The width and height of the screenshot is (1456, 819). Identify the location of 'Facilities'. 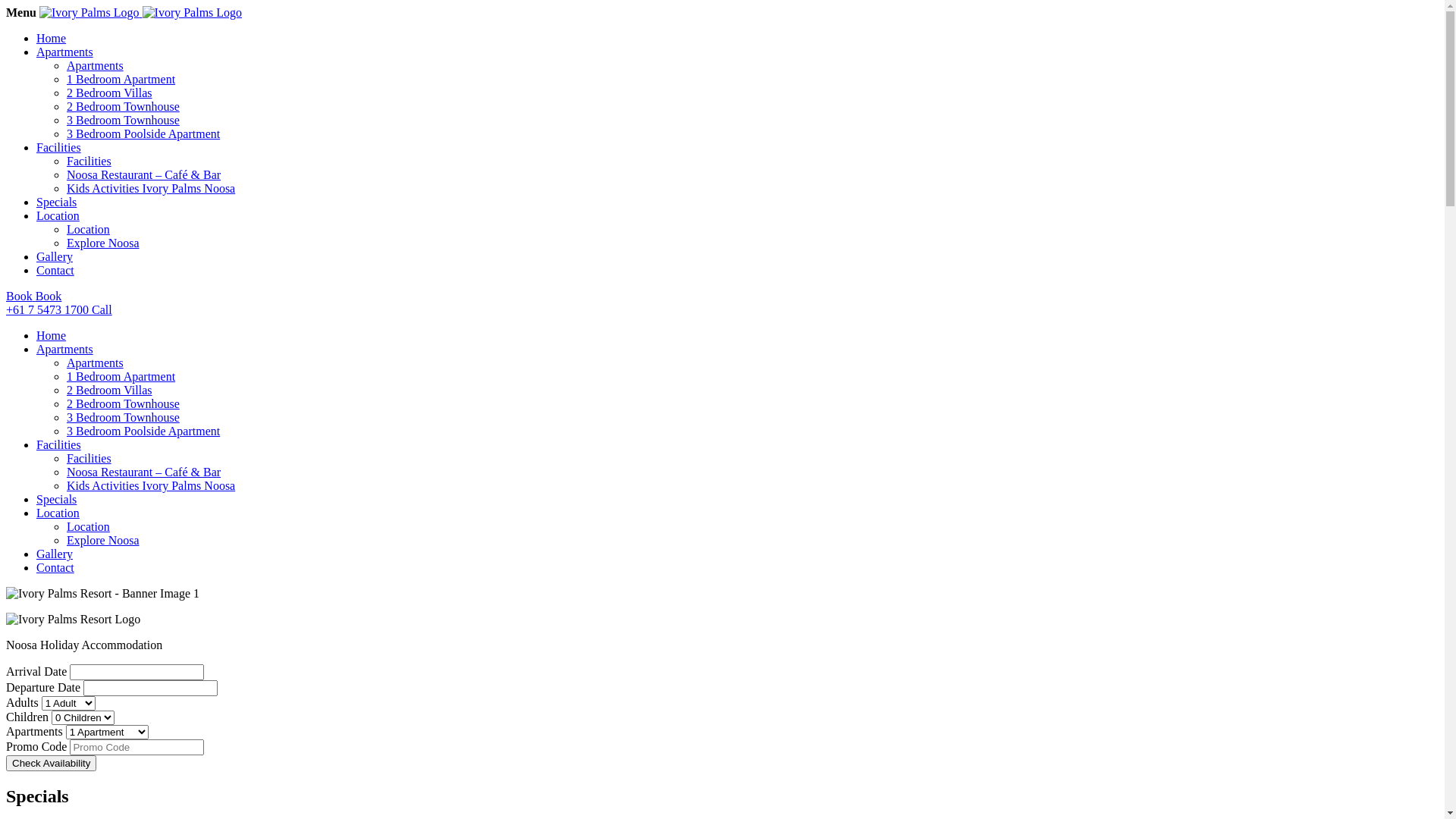
(36, 444).